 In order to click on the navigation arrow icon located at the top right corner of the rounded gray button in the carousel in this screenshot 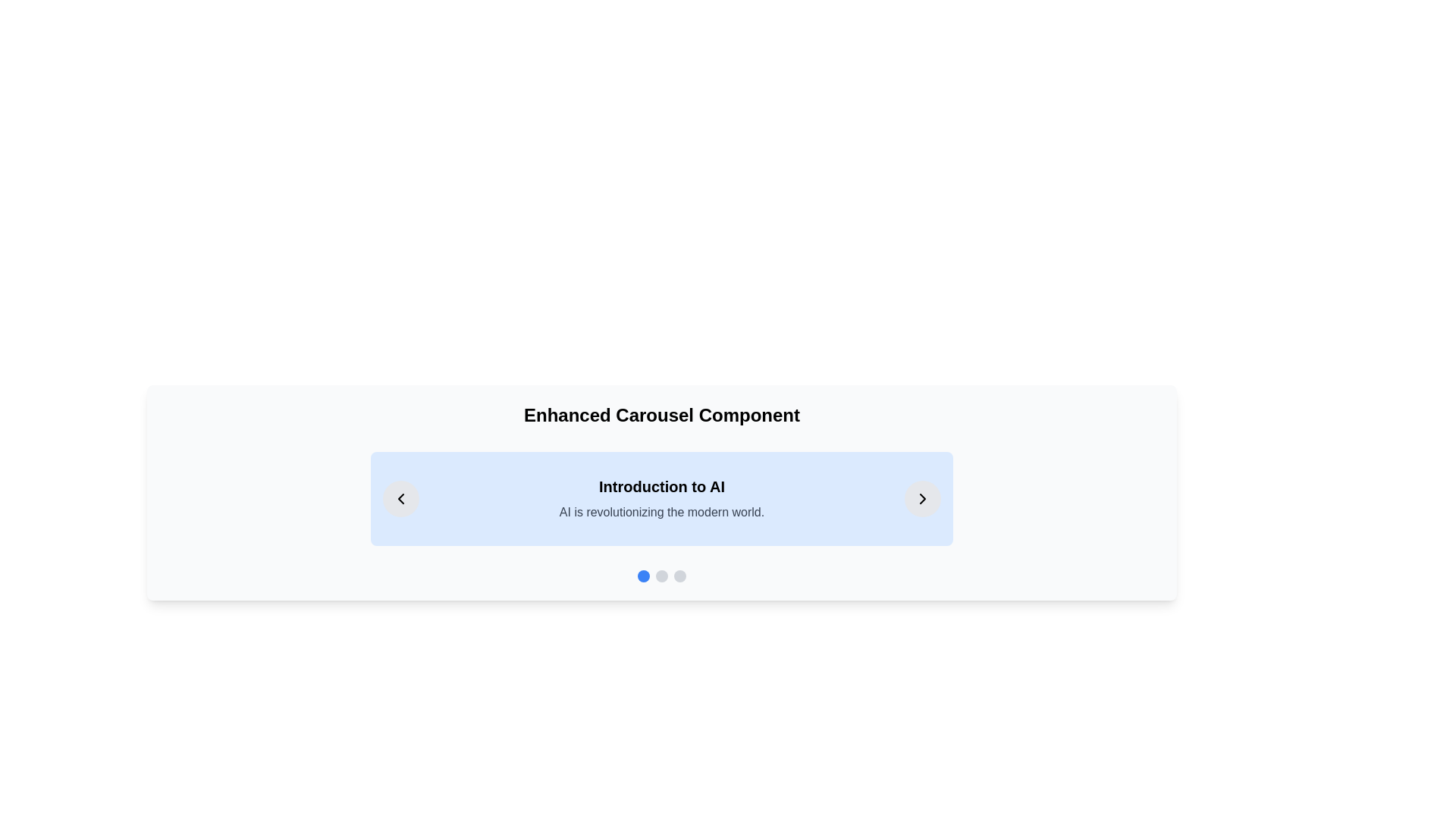, I will do `click(922, 499)`.